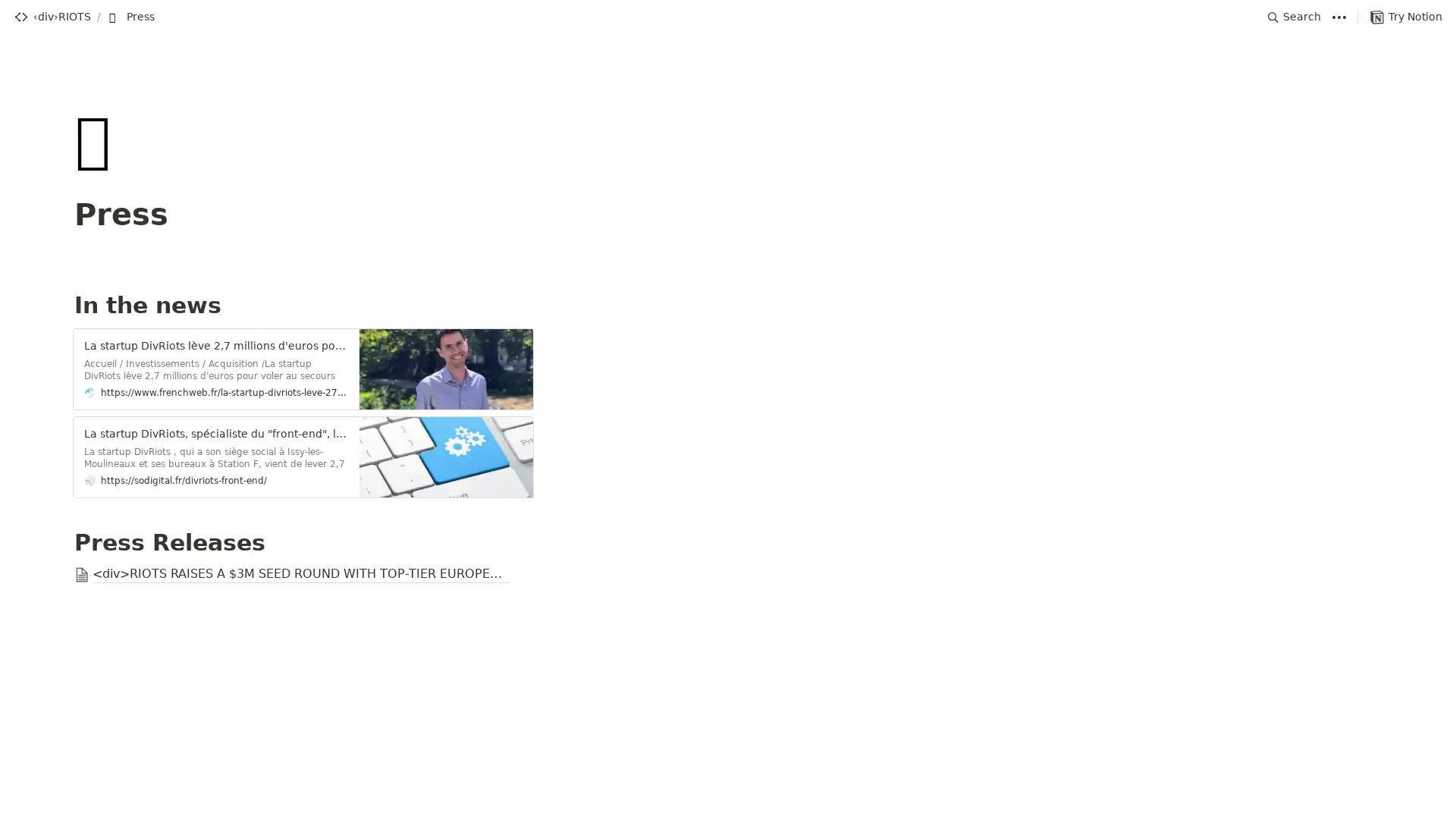 This screenshot has height=819, width=1456. What do you see at coordinates (1294, 17) in the screenshot?
I see `Search` at bounding box center [1294, 17].